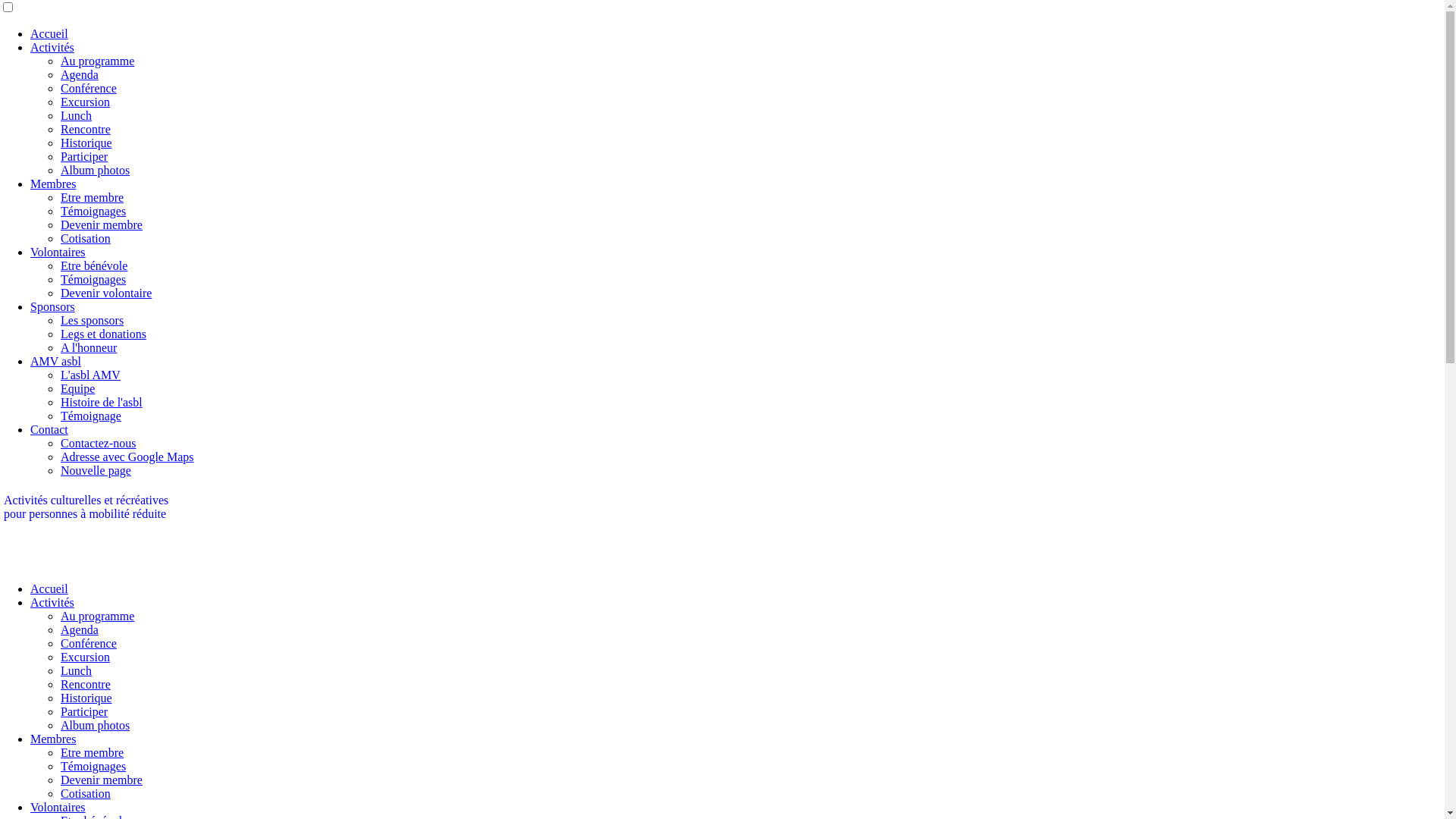  What do you see at coordinates (52, 306) in the screenshot?
I see `'Sponsors'` at bounding box center [52, 306].